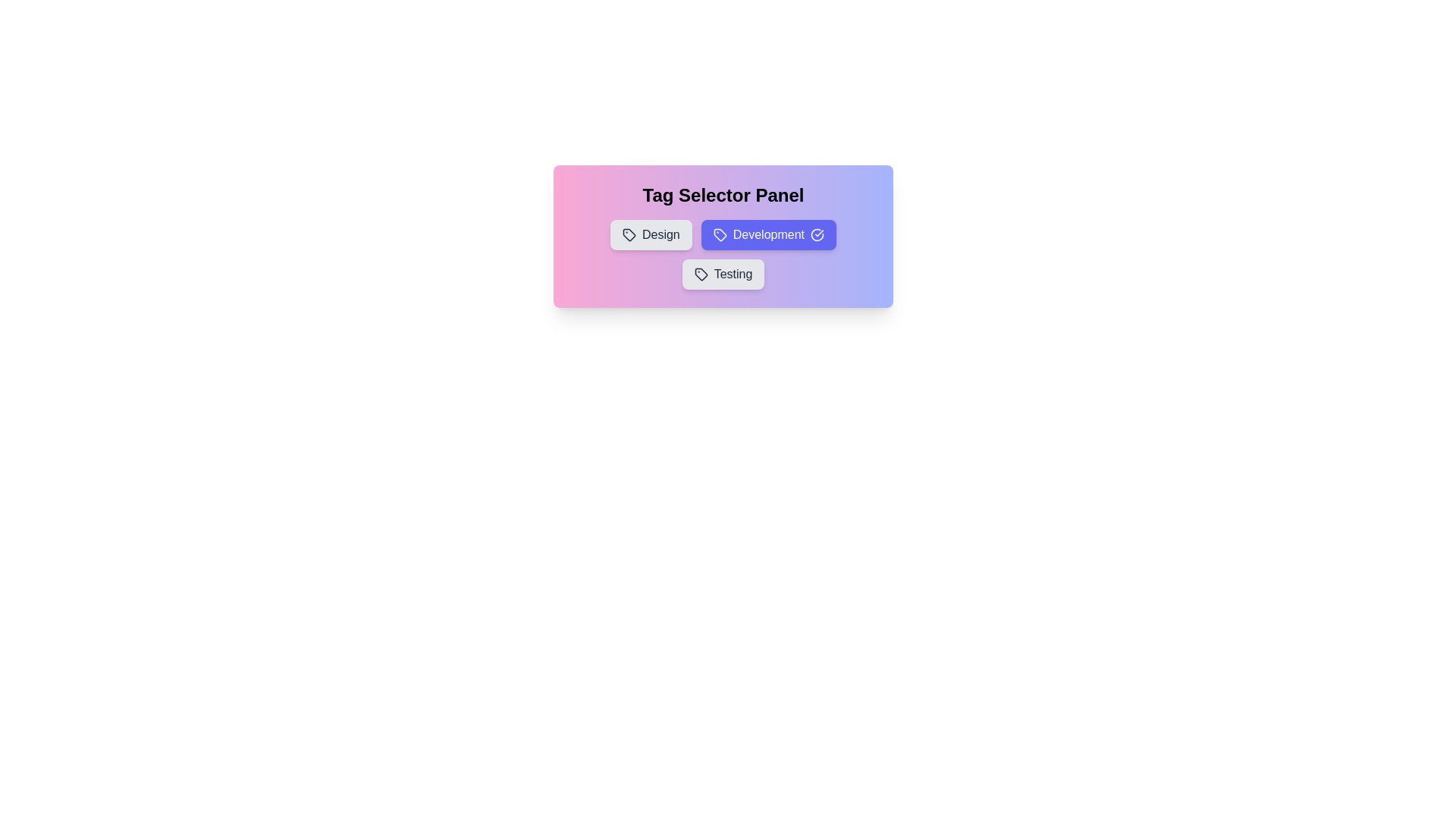 This screenshot has width=1456, height=819. Describe the element at coordinates (768, 234) in the screenshot. I see `the tag labeled Development` at that location.